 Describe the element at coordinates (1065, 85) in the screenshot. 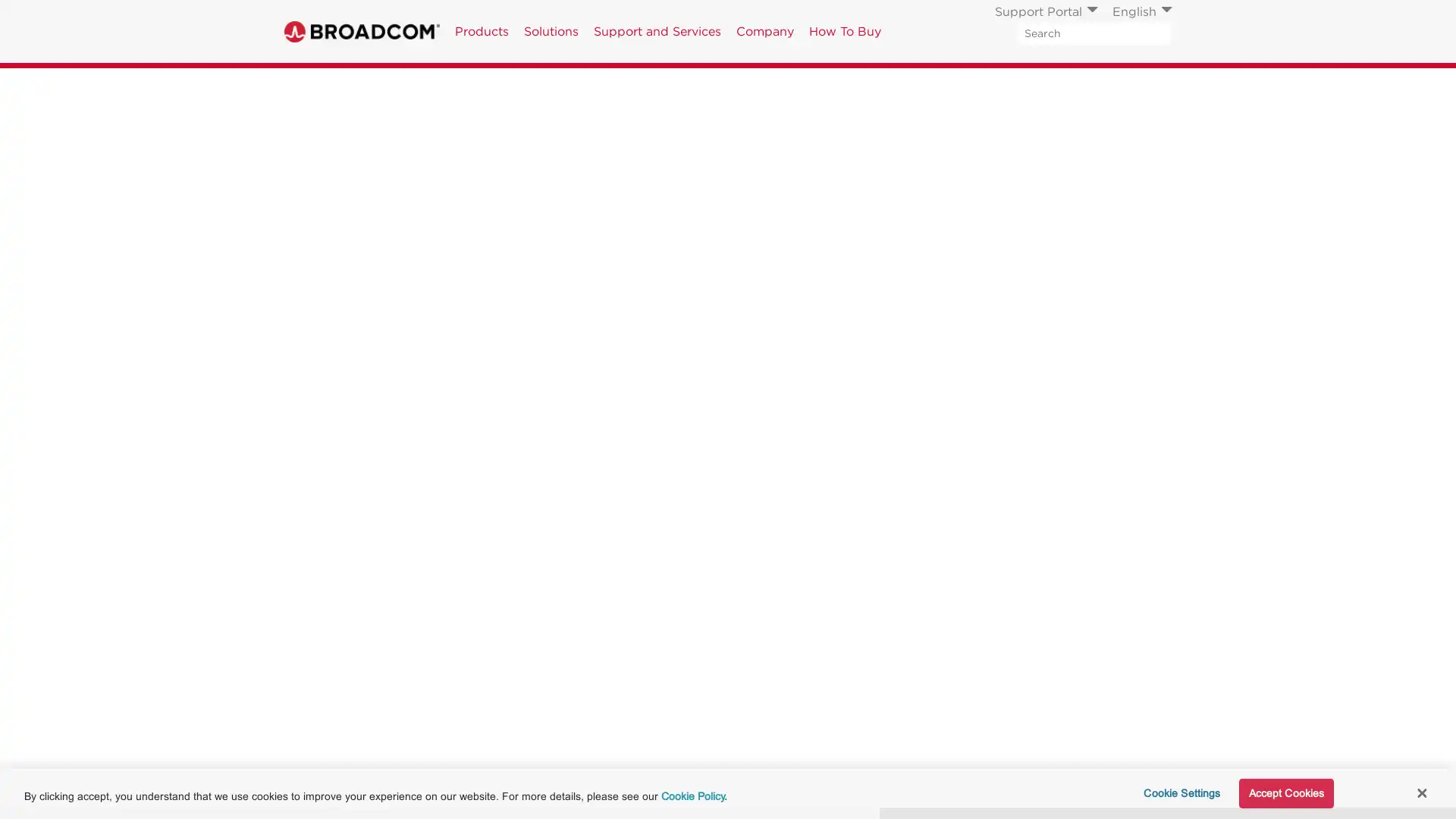

I see `Print` at that location.